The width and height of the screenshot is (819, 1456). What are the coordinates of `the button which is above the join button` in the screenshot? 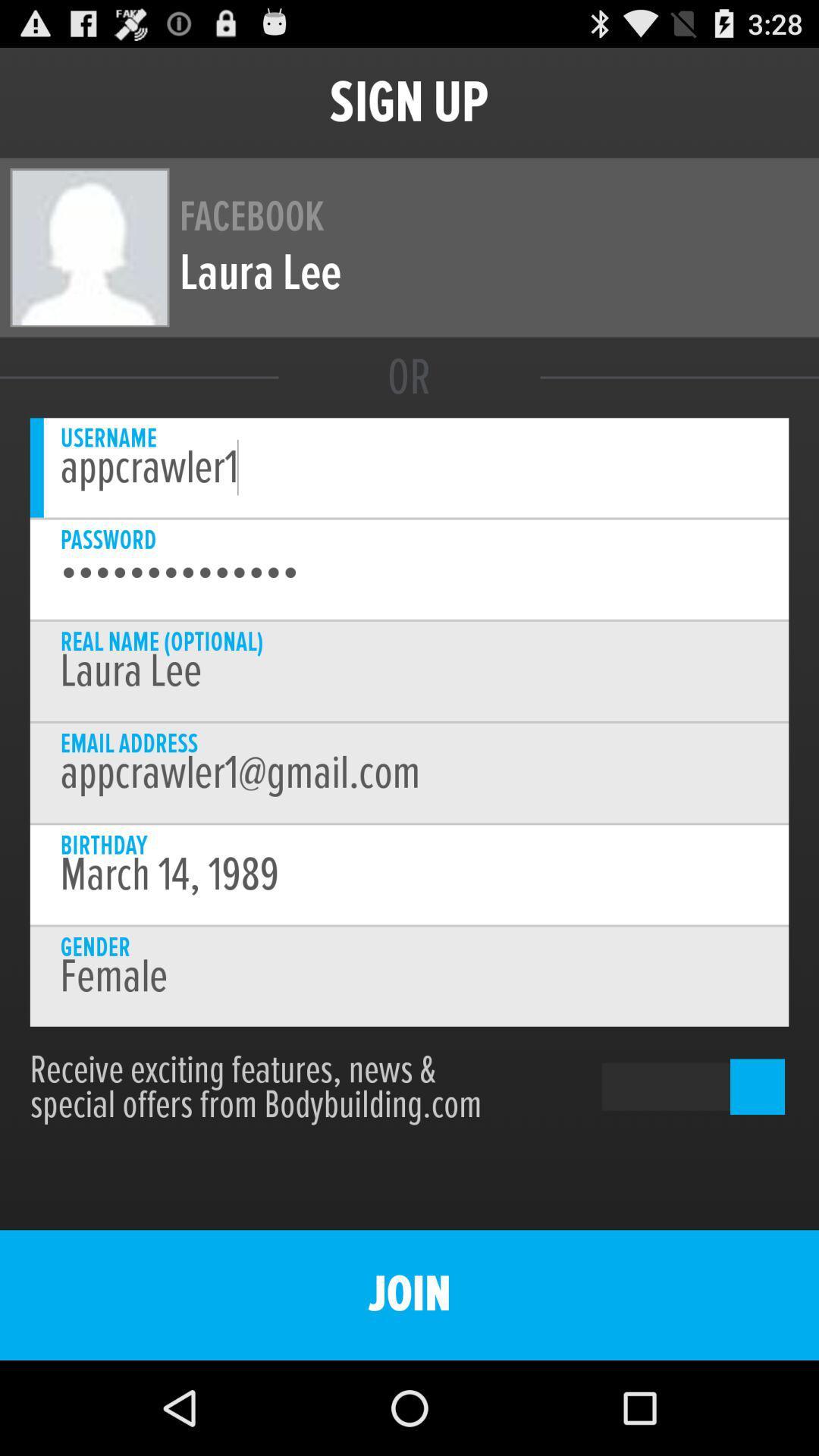 It's located at (668, 1086).